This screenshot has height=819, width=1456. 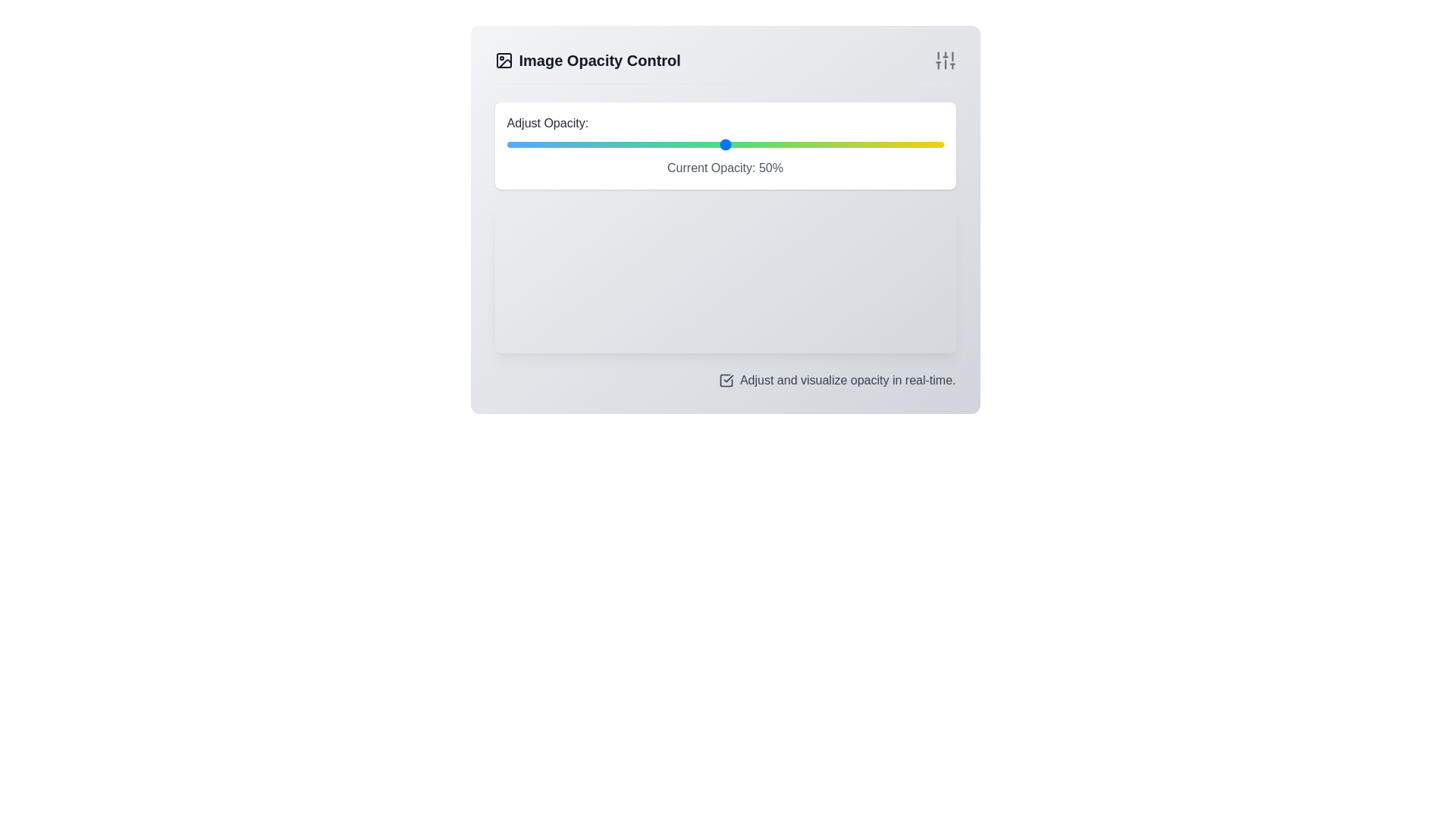 What do you see at coordinates (504, 60) in the screenshot?
I see `the SVG rectangle icon representing image-related options located in the top-left section of the interface, adjacent to the text 'Image Opacity Control'` at bounding box center [504, 60].